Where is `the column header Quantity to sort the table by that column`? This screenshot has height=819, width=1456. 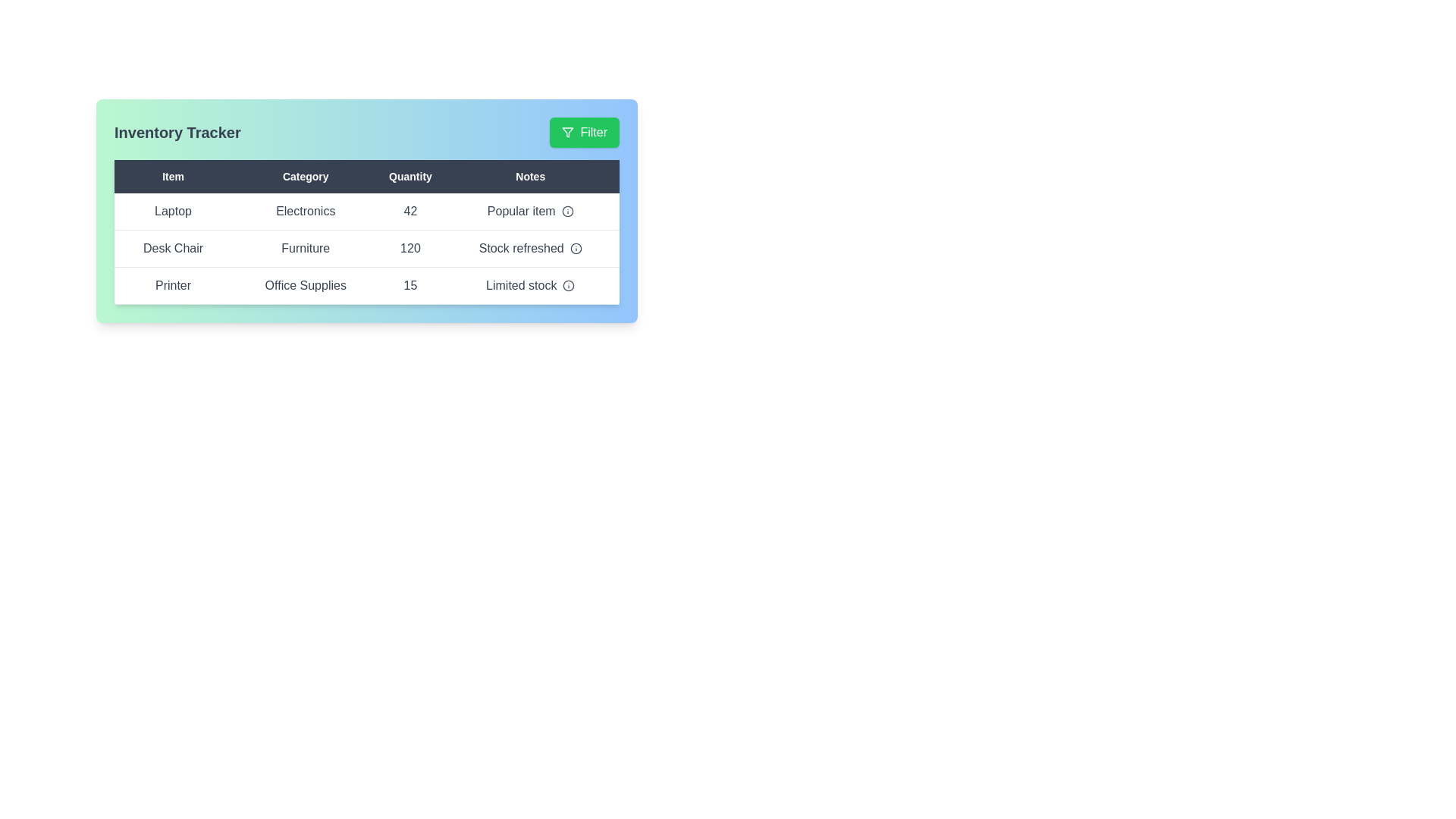
the column header Quantity to sort the table by that column is located at coordinates (410, 175).